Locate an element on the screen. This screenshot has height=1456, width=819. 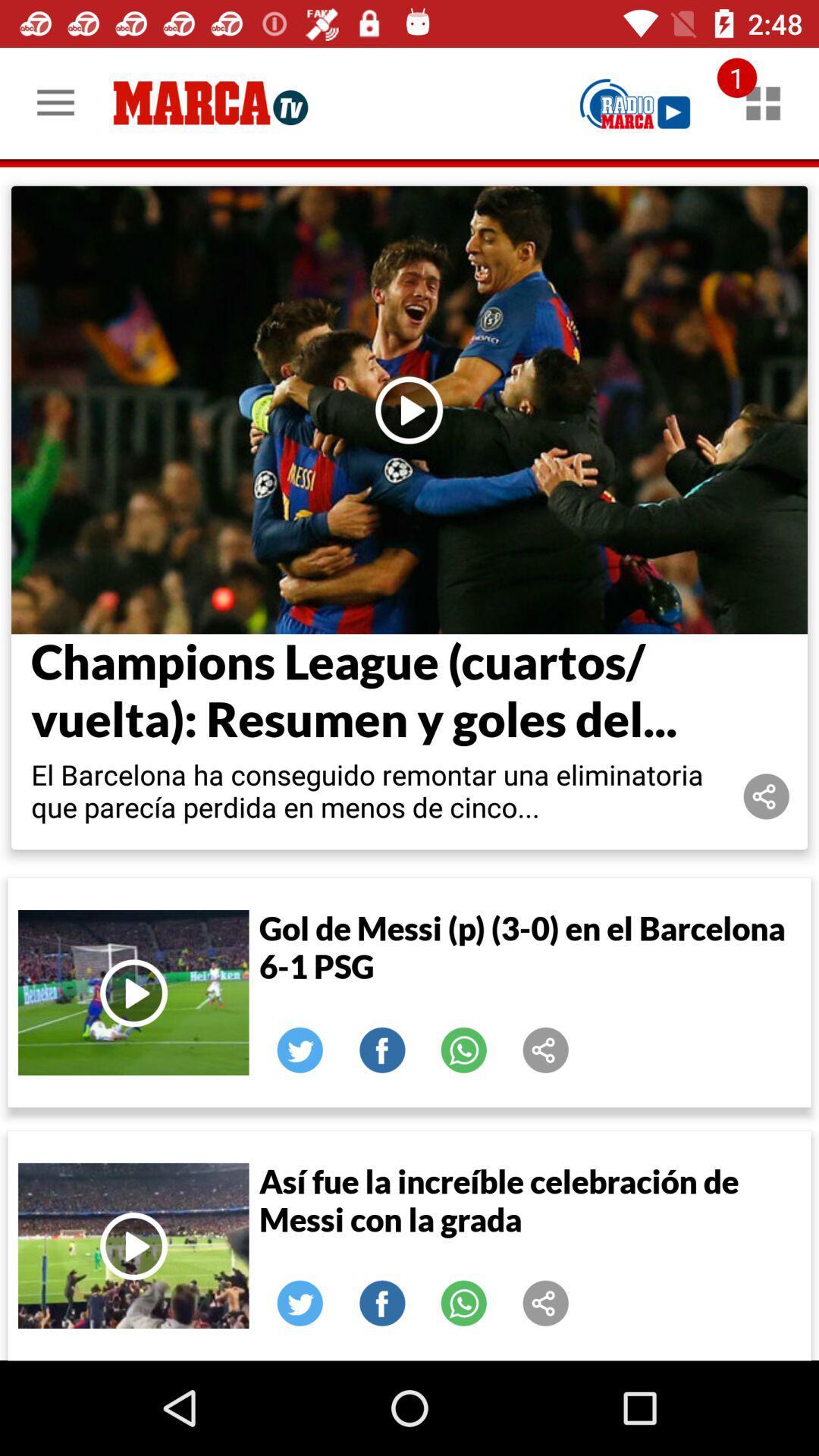
facebook icon is located at coordinates (381, 1302).